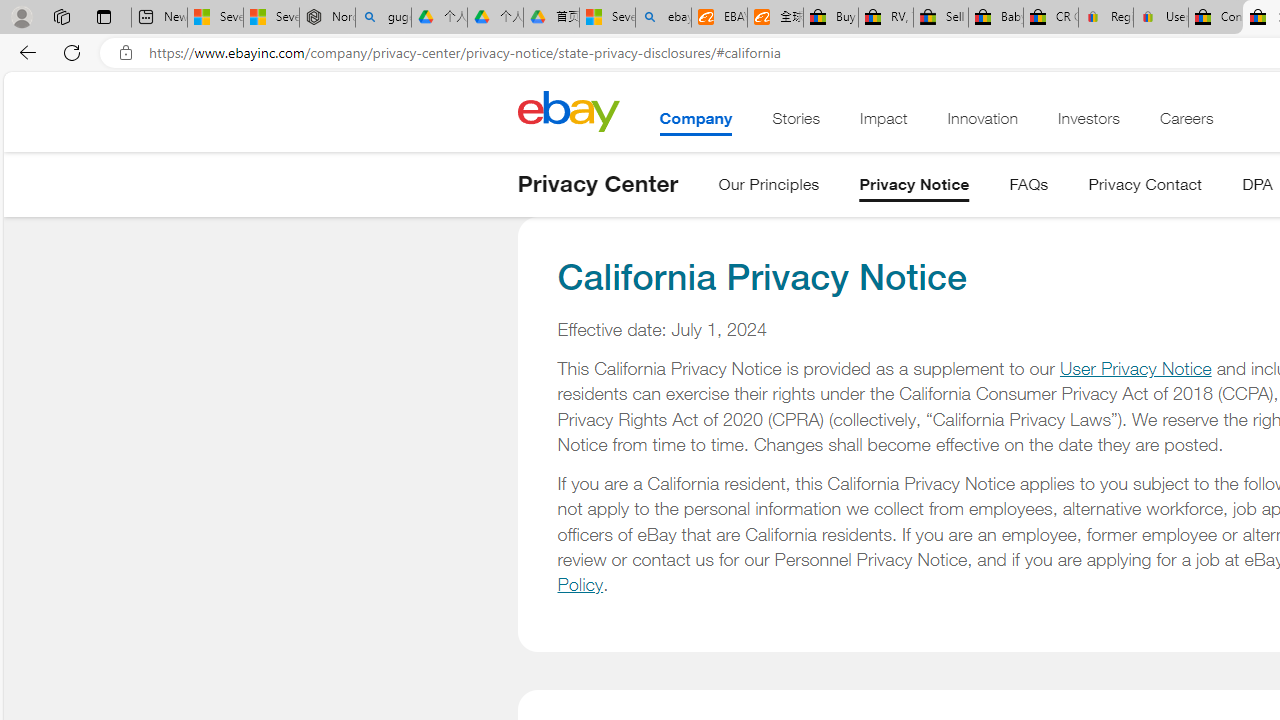 This screenshot has width=1280, height=720. Describe the element at coordinates (1135, 368) in the screenshot. I see `'User Privacy Notice'` at that location.